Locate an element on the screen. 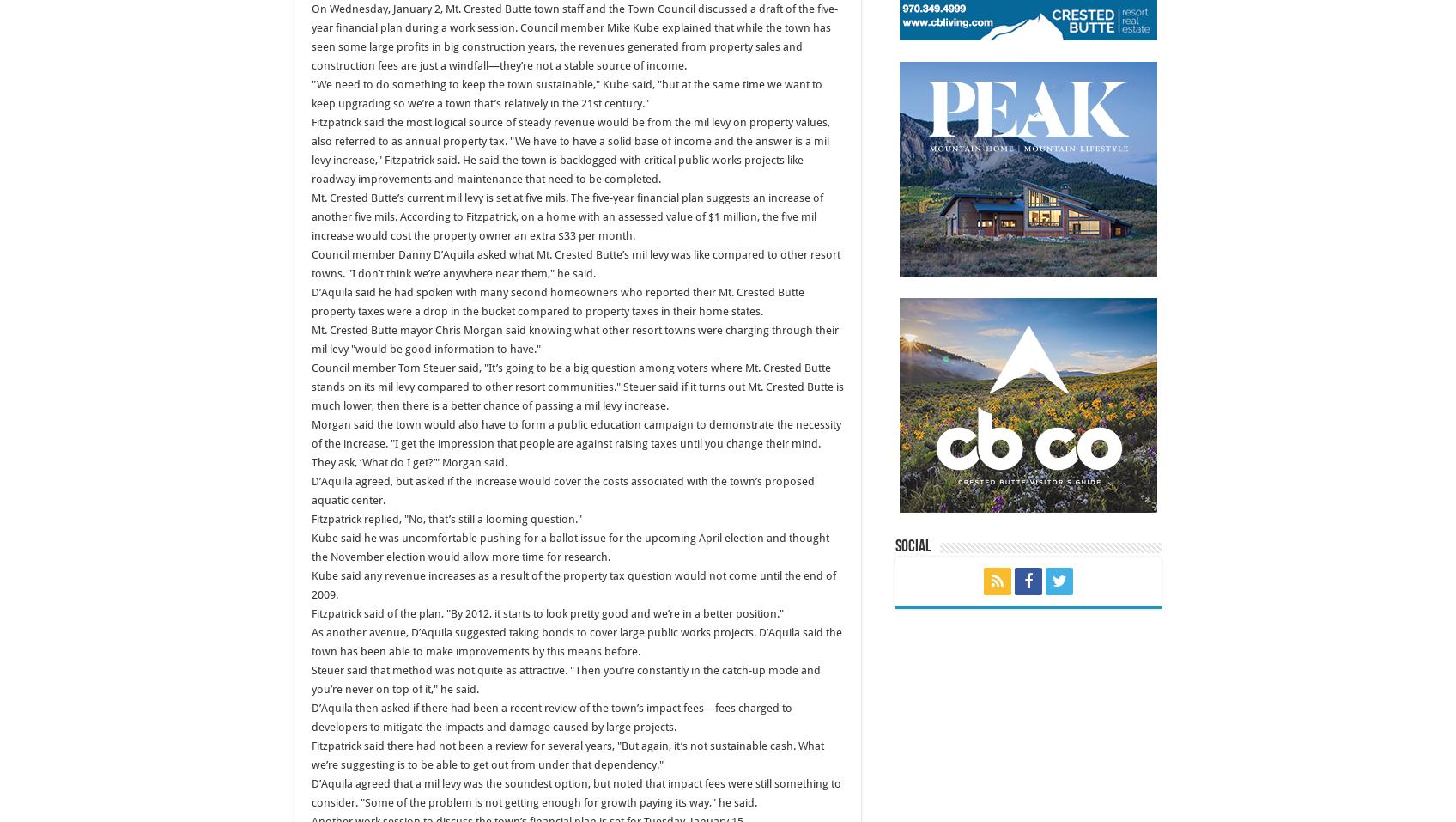 The image size is (1456, 822). 'Social' is located at coordinates (913, 545).